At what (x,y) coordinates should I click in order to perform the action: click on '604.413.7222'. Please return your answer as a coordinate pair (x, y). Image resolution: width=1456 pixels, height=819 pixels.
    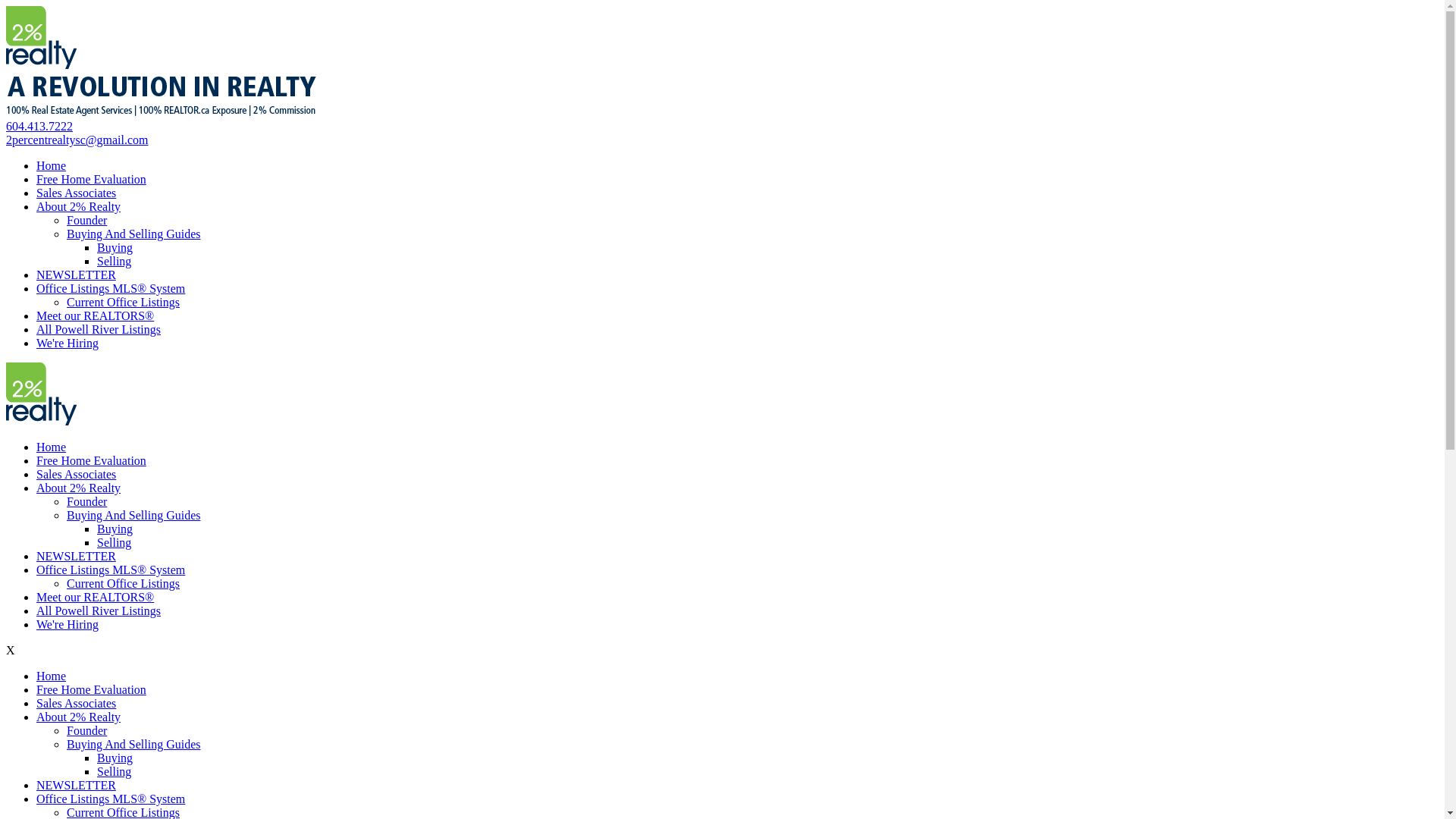
    Looking at the image, I should click on (6, 125).